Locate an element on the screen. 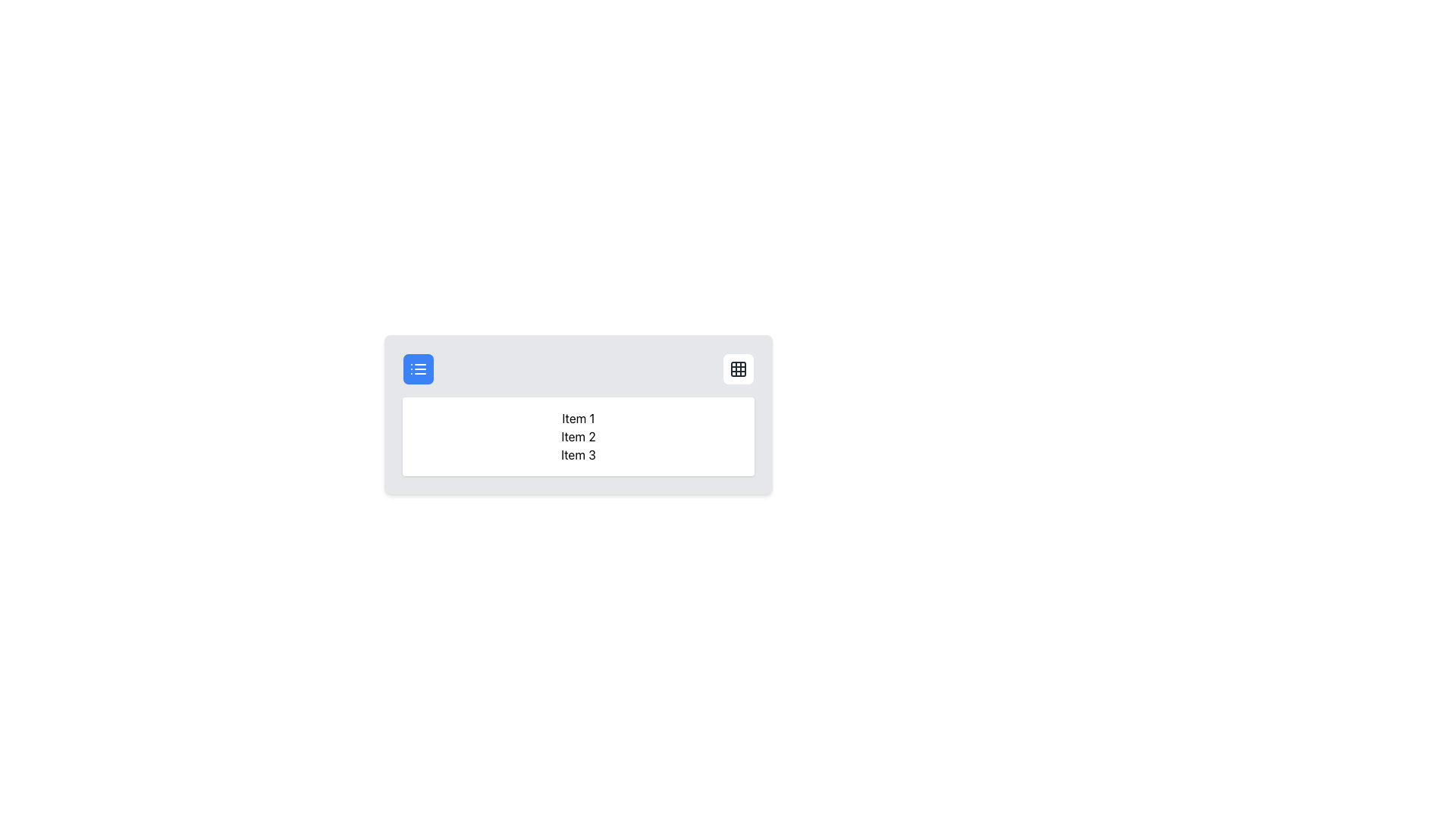 The image size is (1456, 819). the static text label displaying 'Item 2', which is located between 'Item 1' above and 'Item 3' below in a vertically stacked list is located at coordinates (578, 436).